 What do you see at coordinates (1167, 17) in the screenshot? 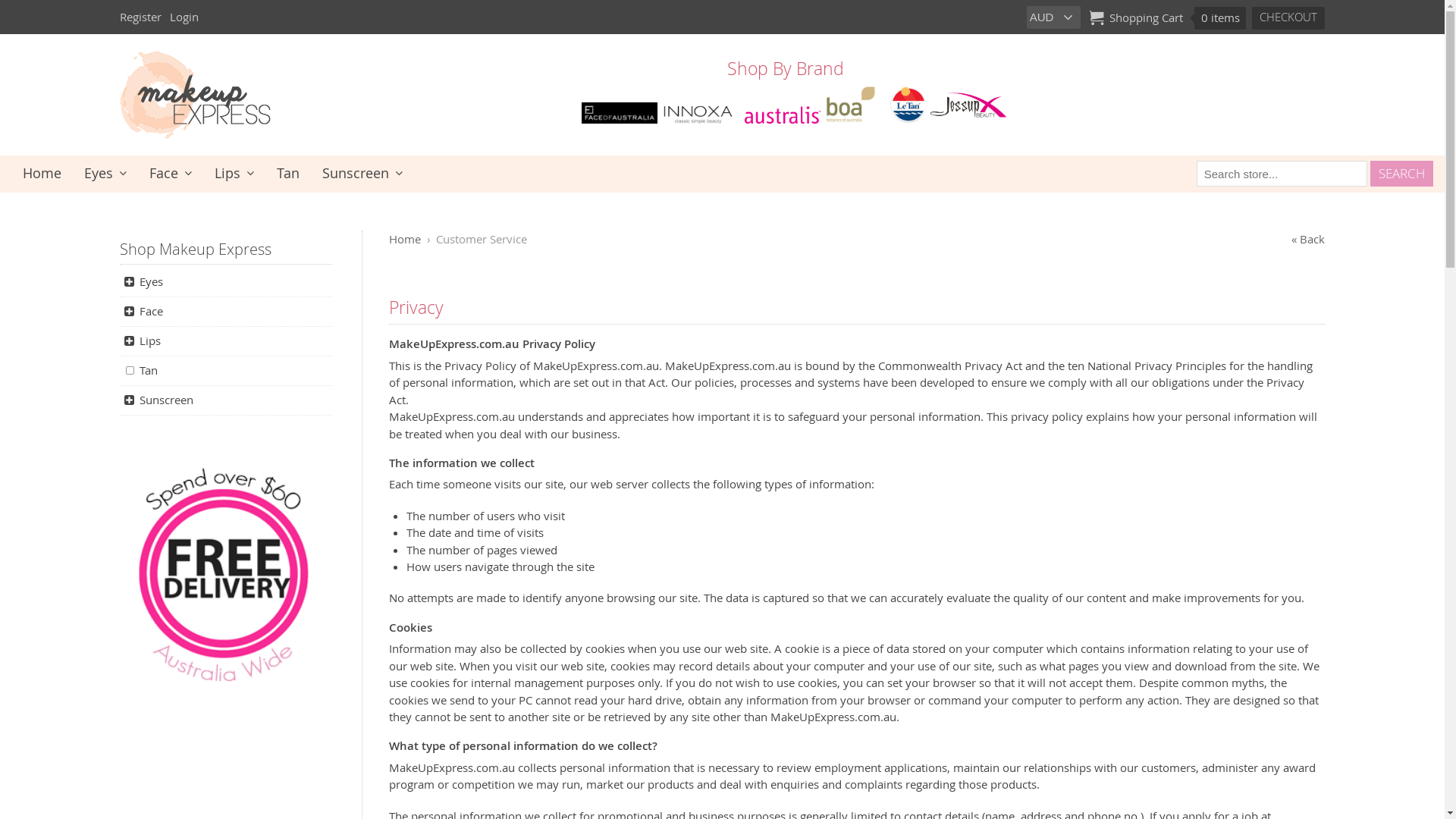
I see `'Shopping Cart 0 items'` at bounding box center [1167, 17].